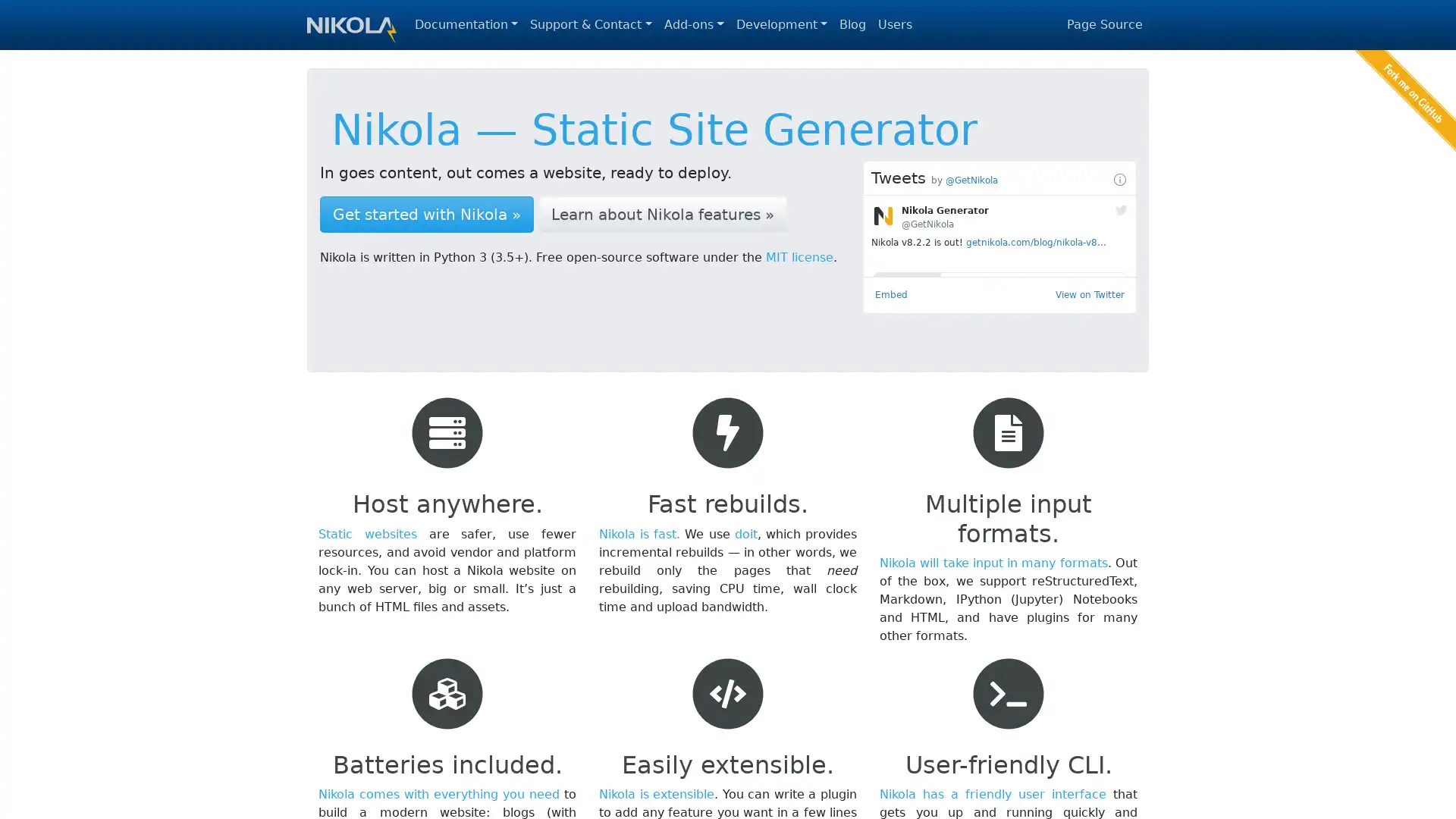 This screenshot has width=1456, height=819. I want to click on Get started with Nikola, so click(425, 214).